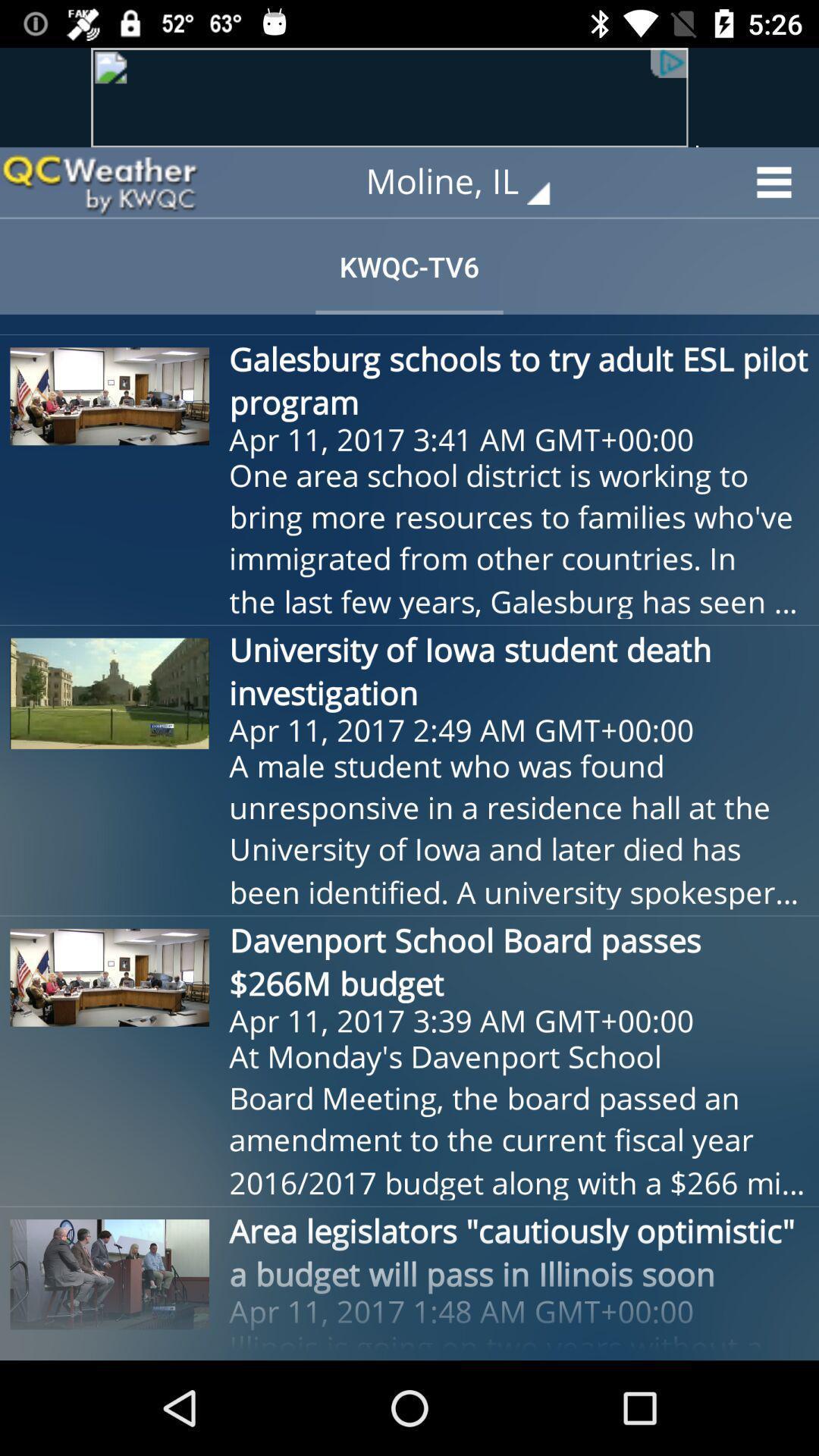 This screenshot has height=1456, width=819. I want to click on show picture, so click(409, 96).